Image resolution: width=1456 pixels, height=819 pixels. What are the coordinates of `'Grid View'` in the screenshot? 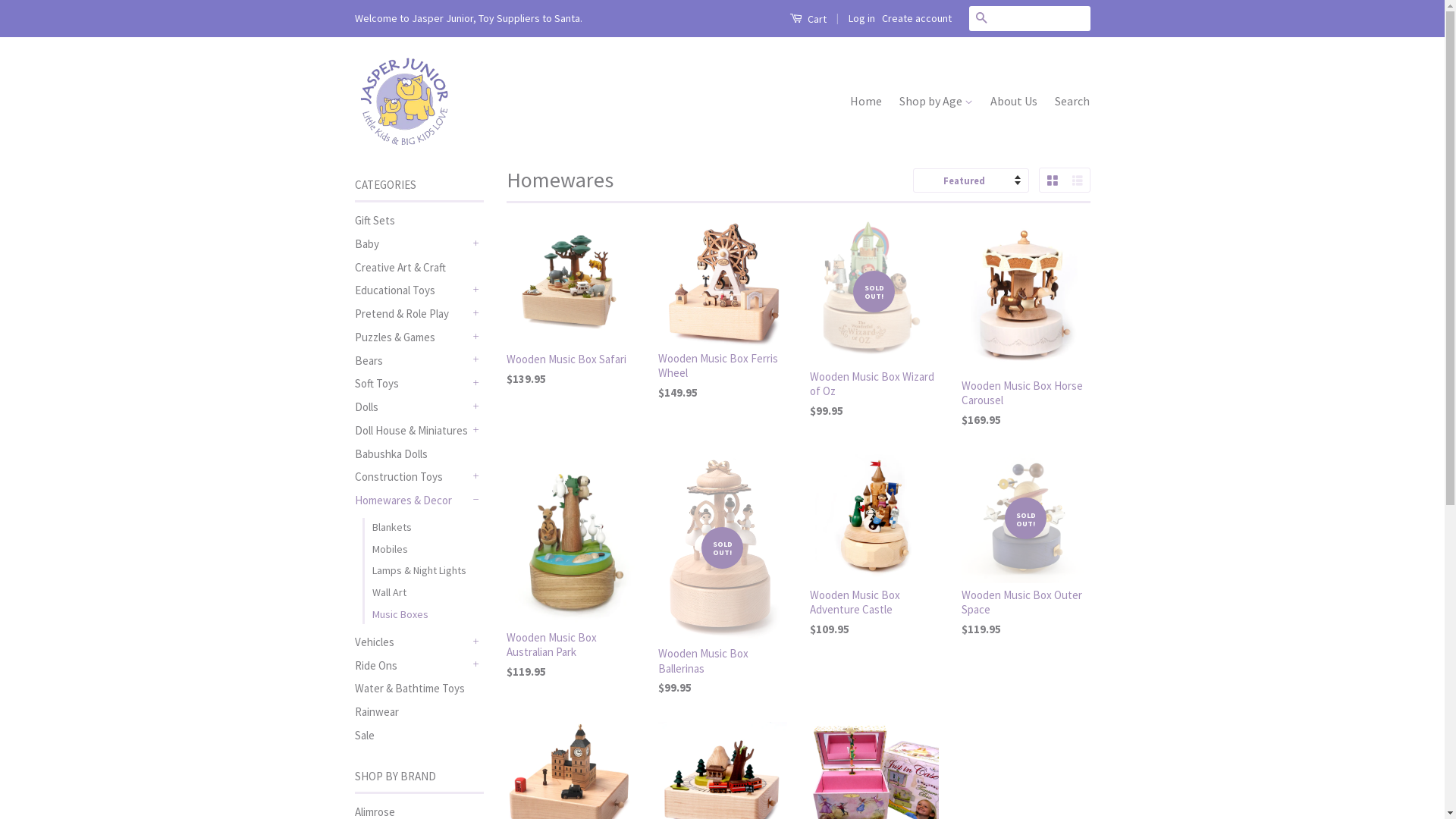 It's located at (1050, 180).